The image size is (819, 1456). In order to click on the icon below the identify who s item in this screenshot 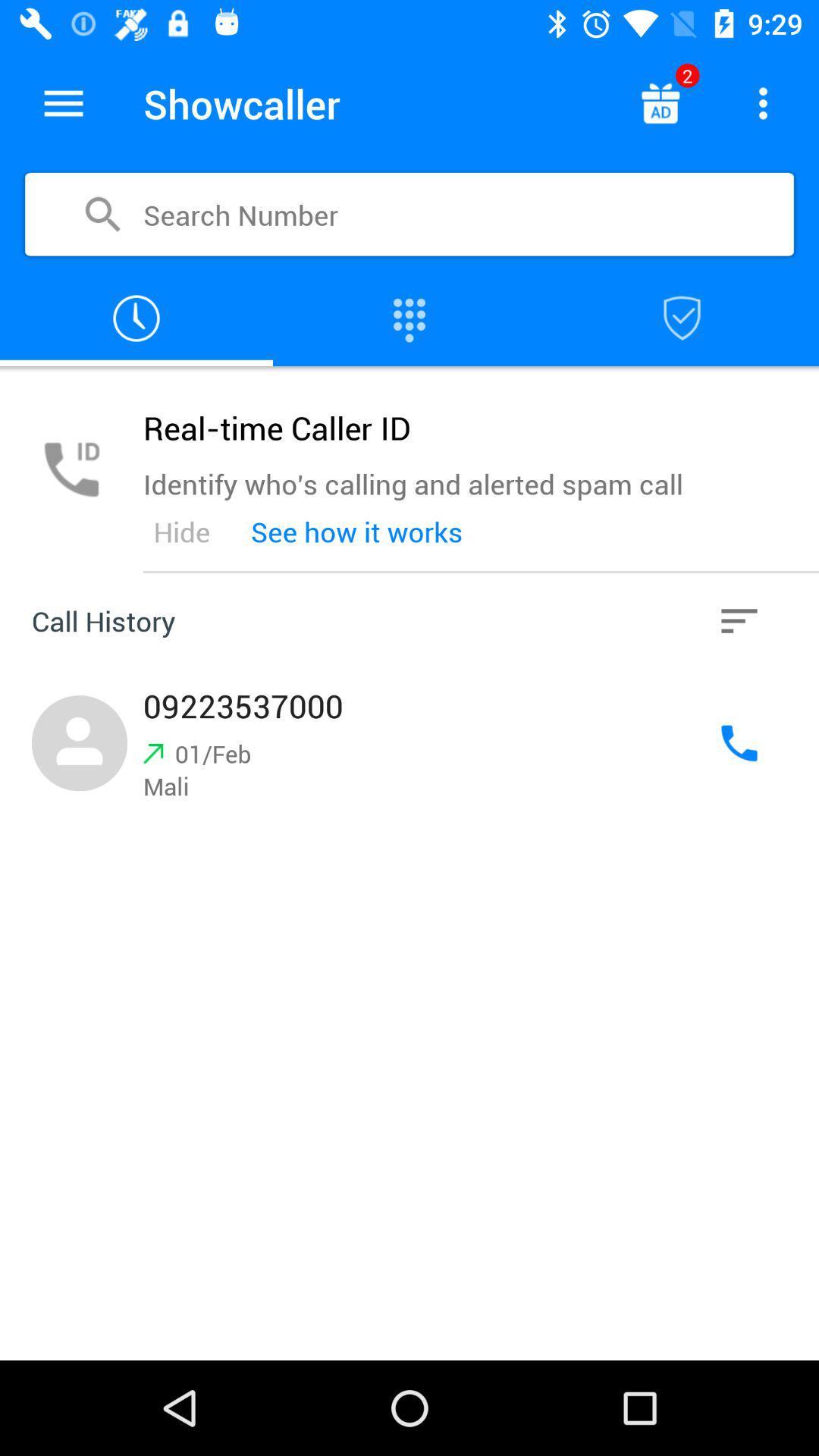, I will do `click(180, 532)`.